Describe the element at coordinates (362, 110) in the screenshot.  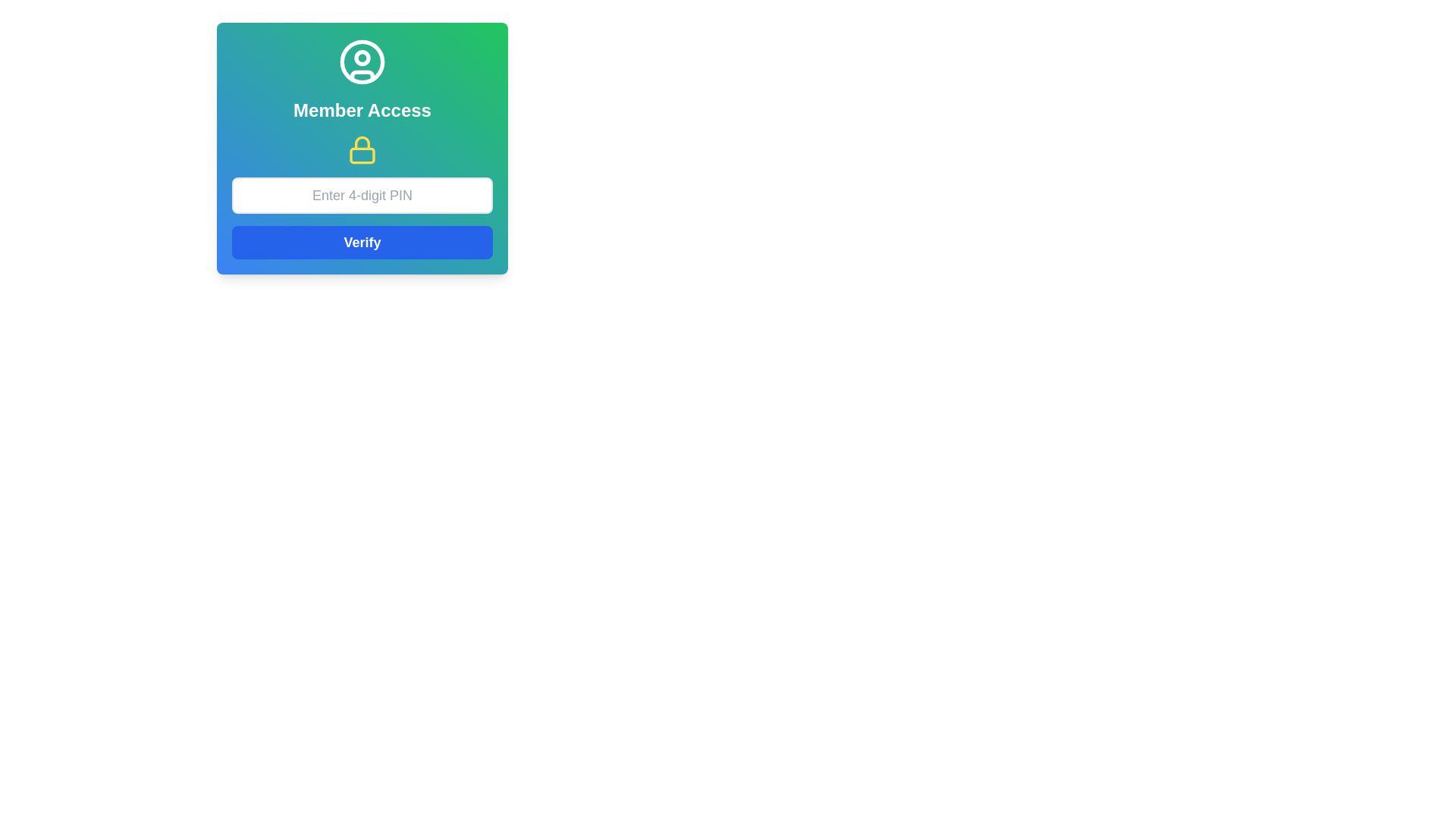
I see `the static text label displaying 'Member Access', which is centrally located within a card interface, below a user icon and above a lock icon` at that location.